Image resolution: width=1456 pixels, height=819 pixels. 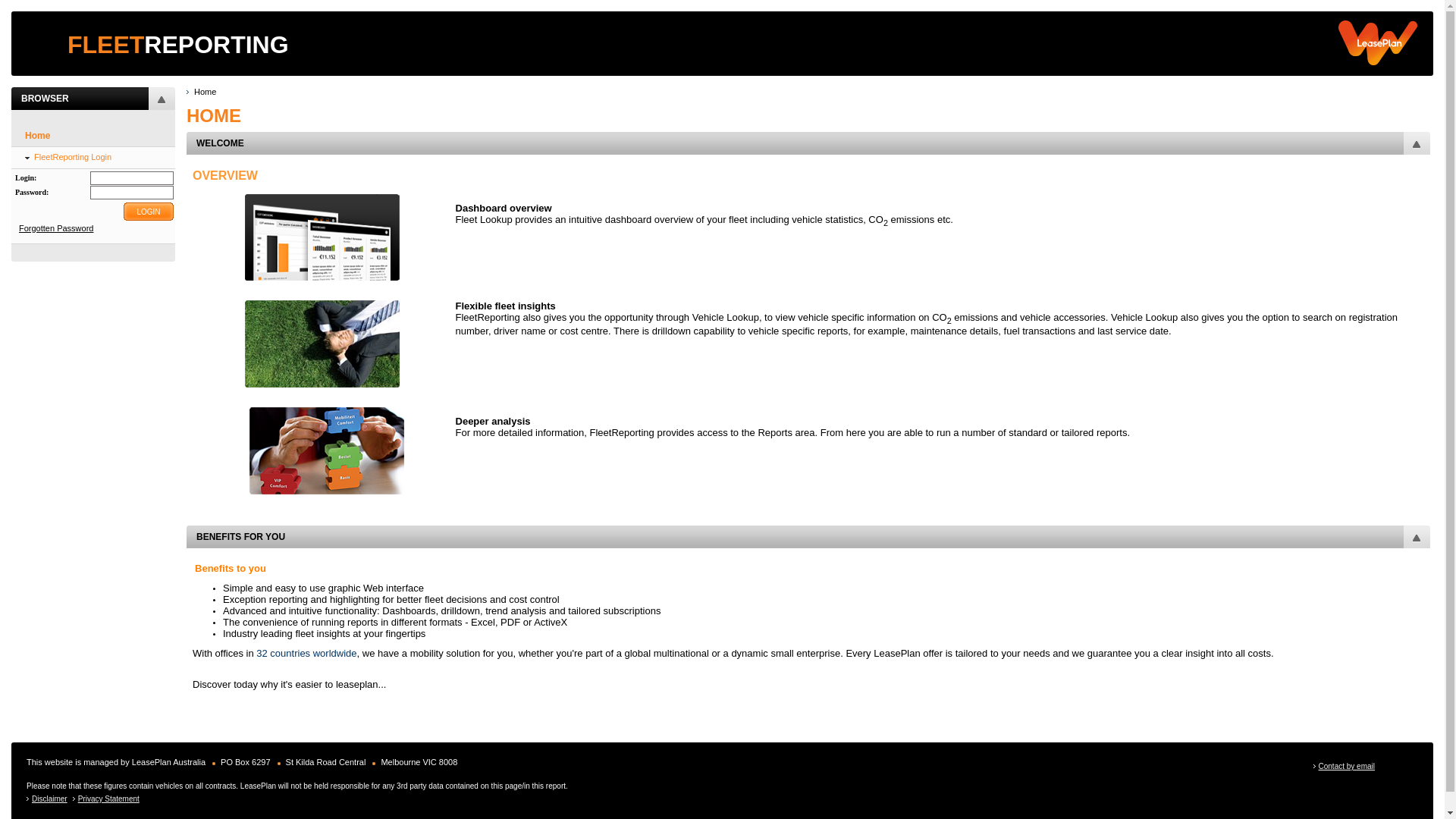 What do you see at coordinates (55, 227) in the screenshot?
I see `'Forgotten Password'` at bounding box center [55, 227].